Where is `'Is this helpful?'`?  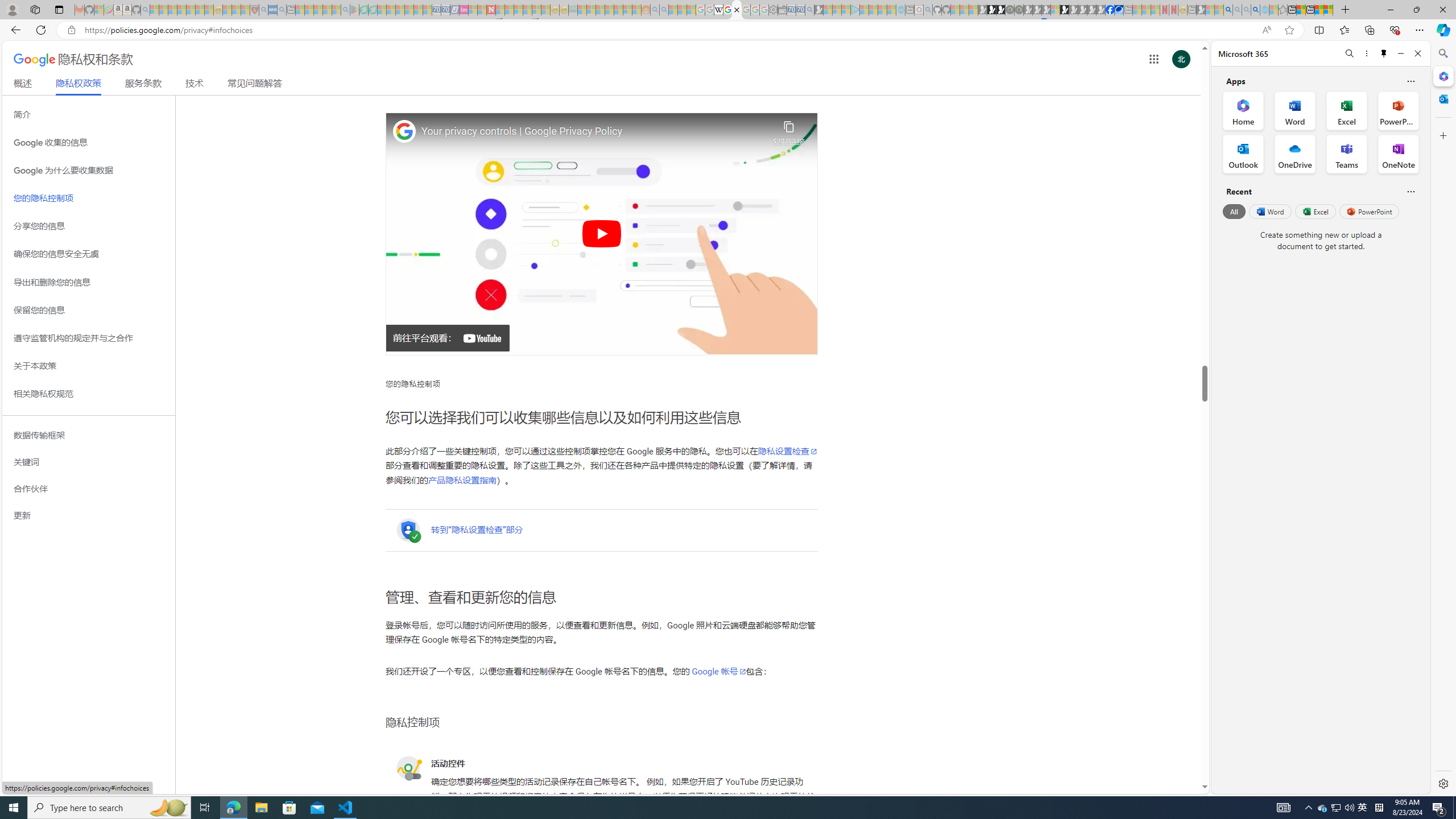 'Is this helpful?' is located at coordinates (1410, 191).